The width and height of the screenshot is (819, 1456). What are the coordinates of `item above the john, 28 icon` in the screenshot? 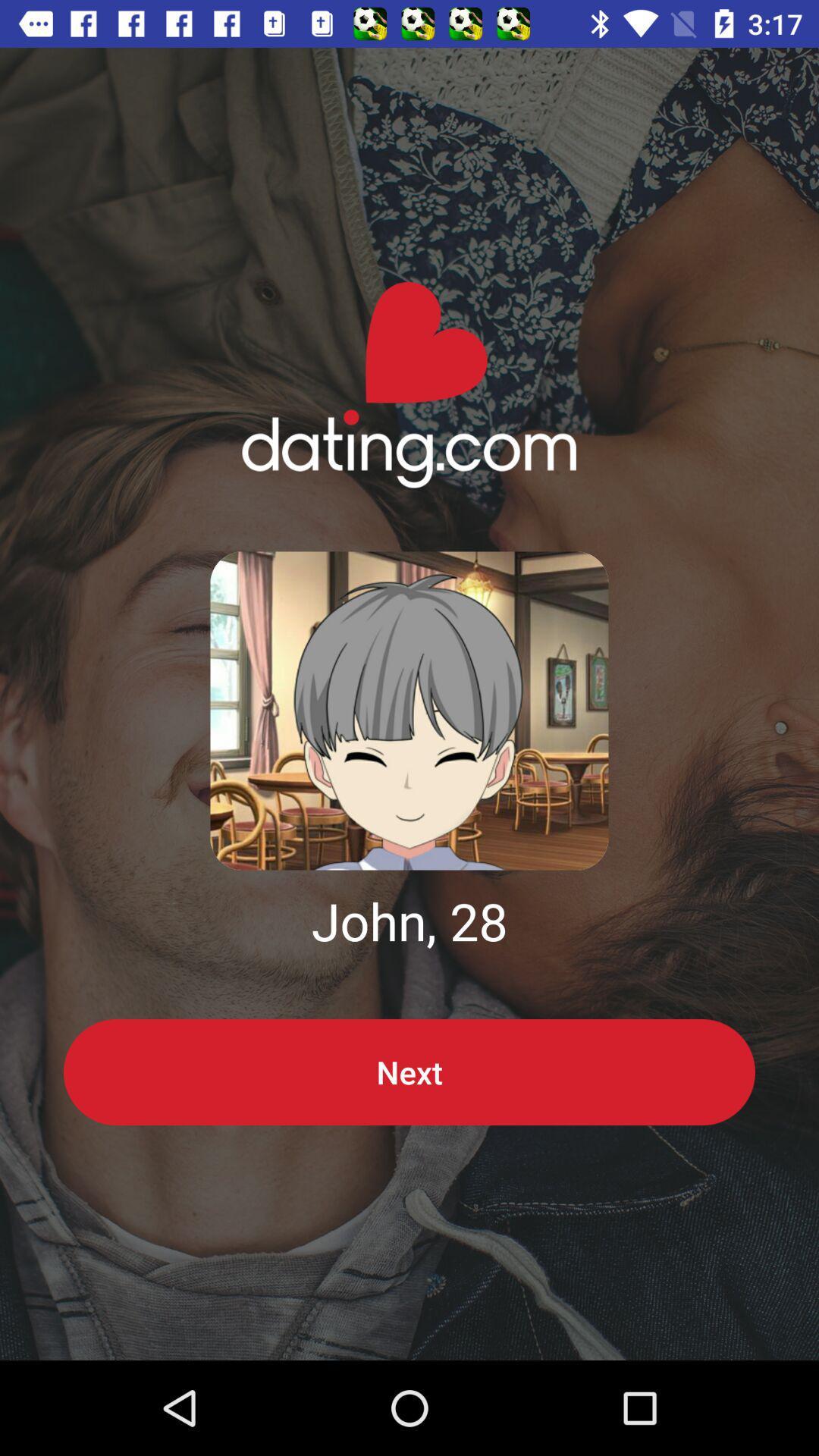 It's located at (409, 710).